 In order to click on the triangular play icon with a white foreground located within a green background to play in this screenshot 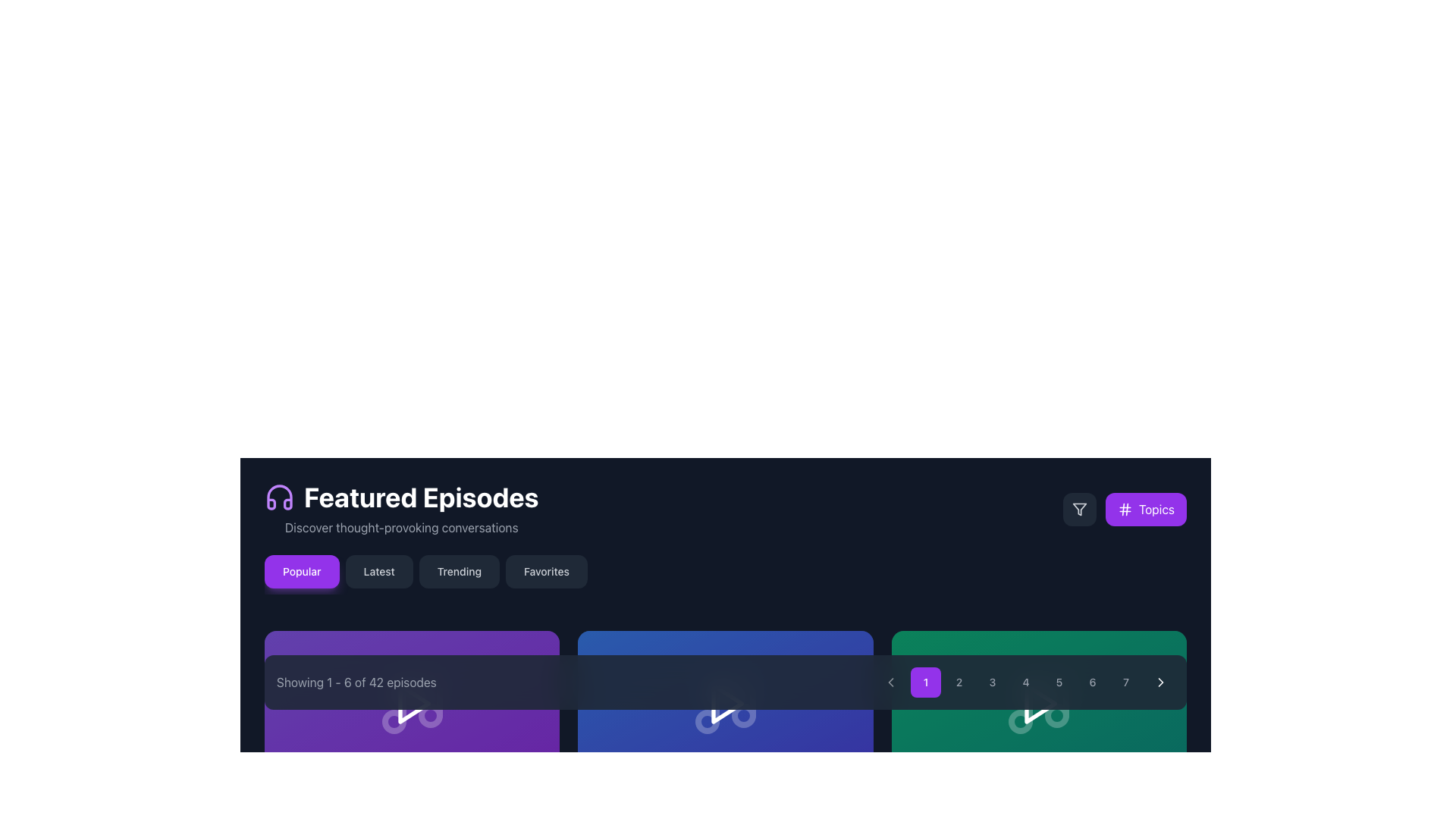, I will do `click(1038, 704)`.